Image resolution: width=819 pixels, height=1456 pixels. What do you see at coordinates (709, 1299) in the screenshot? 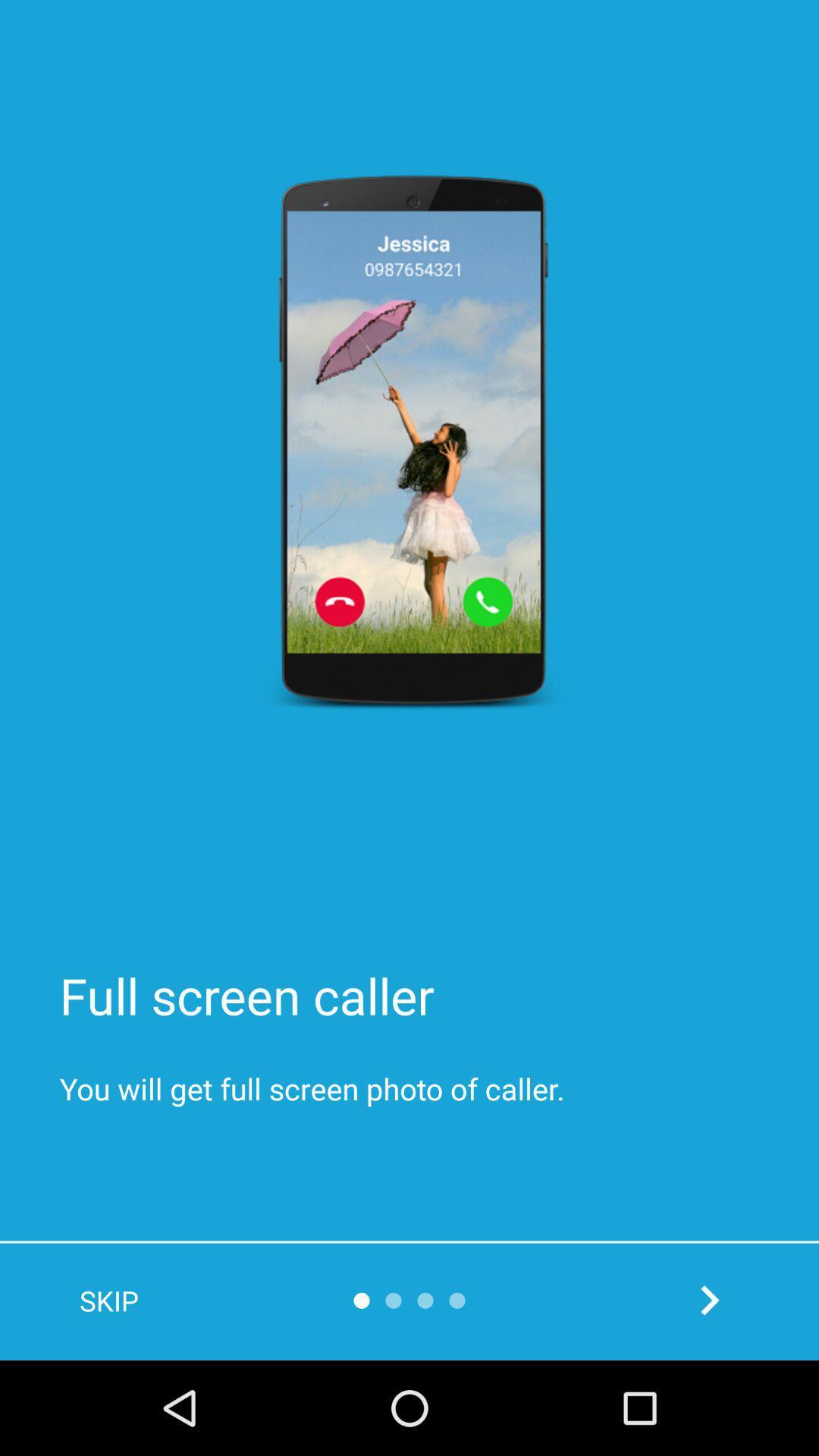
I see `next` at bounding box center [709, 1299].